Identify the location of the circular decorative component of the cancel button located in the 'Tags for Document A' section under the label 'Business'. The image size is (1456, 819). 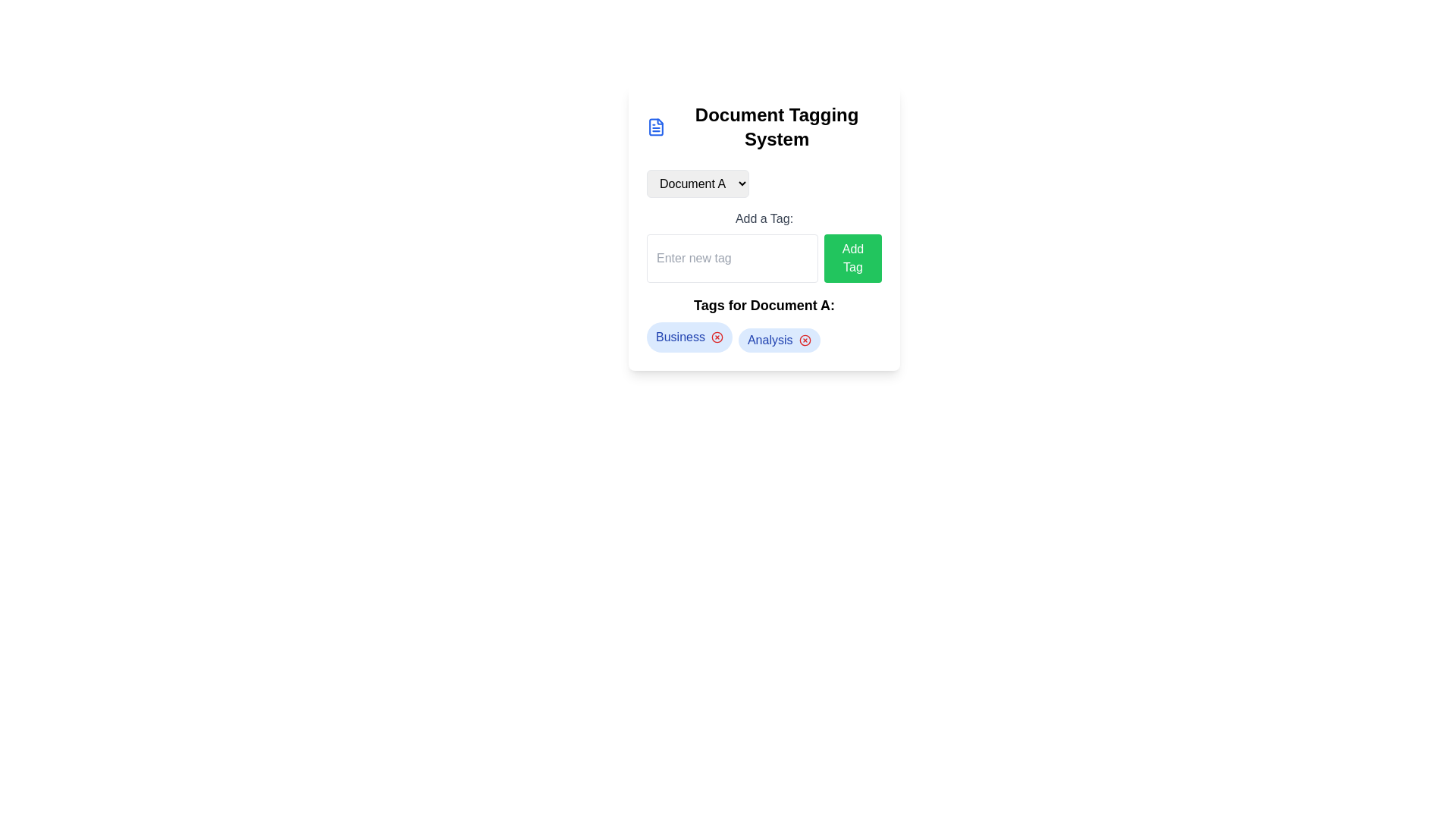
(804, 339).